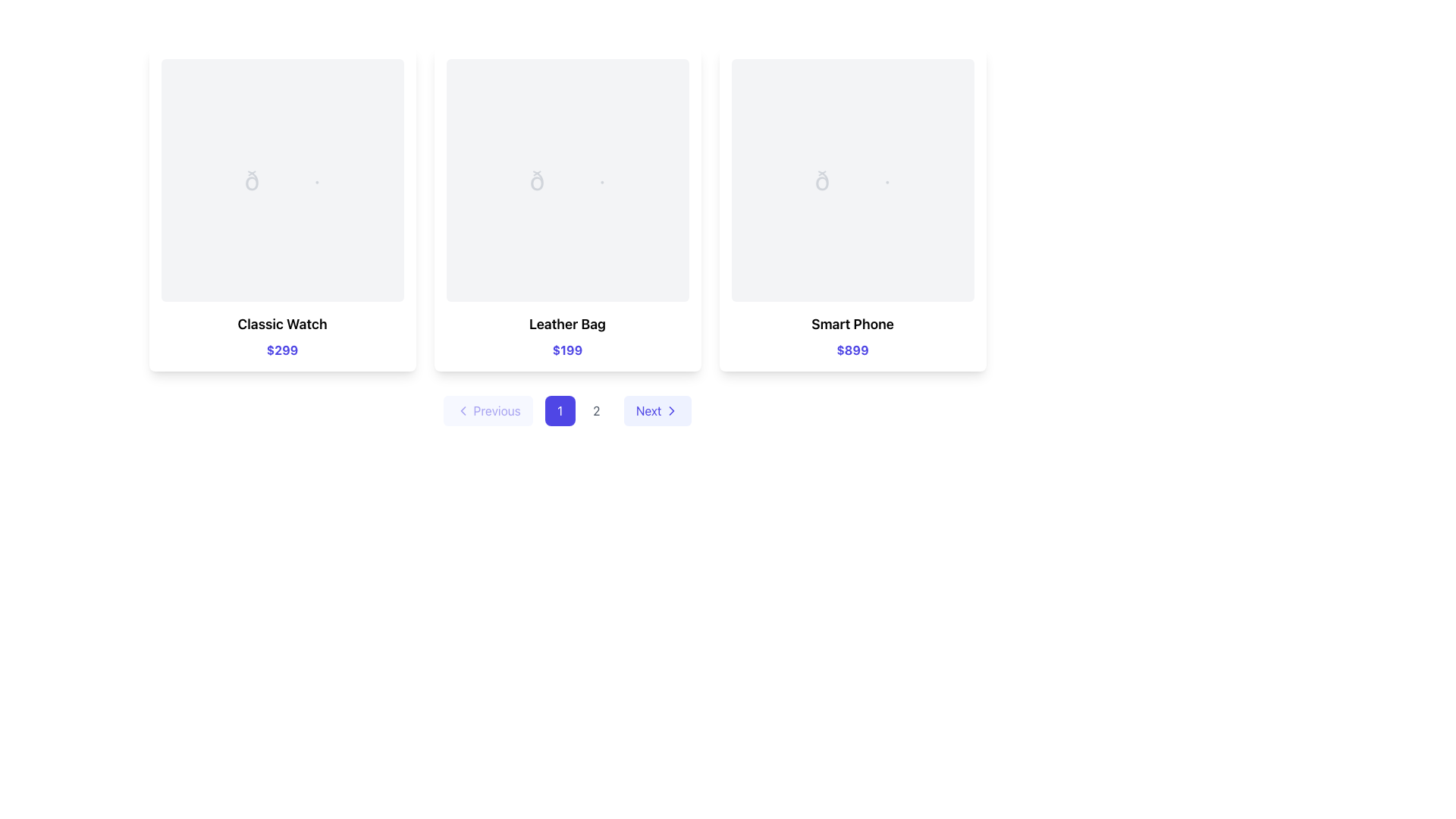  Describe the element at coordinates (462, 411) in the screenshot. I see `the left-arrow icon in the navigation section that indicates the 'Previous' button functionality` at that location.